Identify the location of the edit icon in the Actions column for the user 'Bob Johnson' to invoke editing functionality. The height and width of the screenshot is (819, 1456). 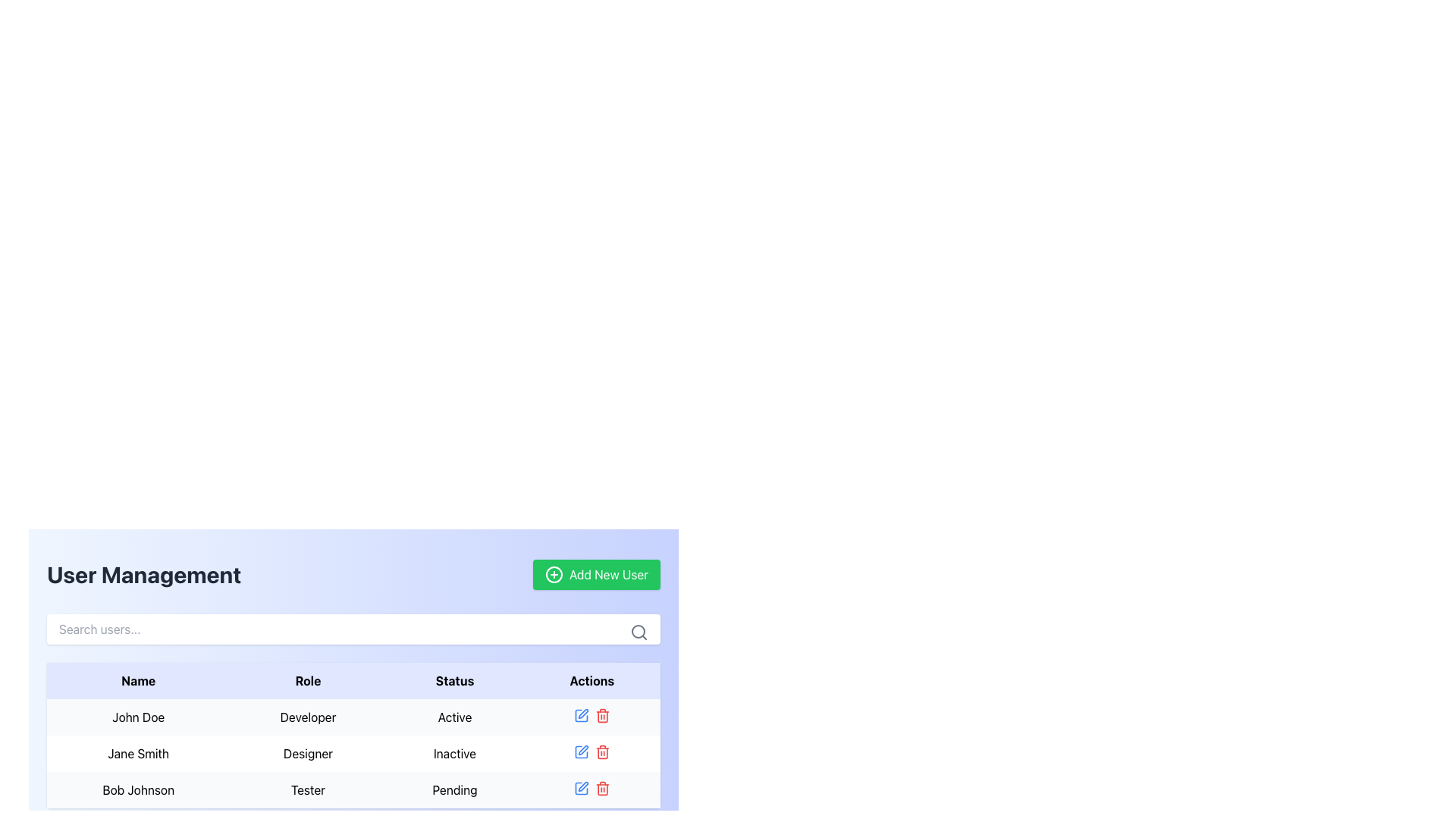
(591, 788).